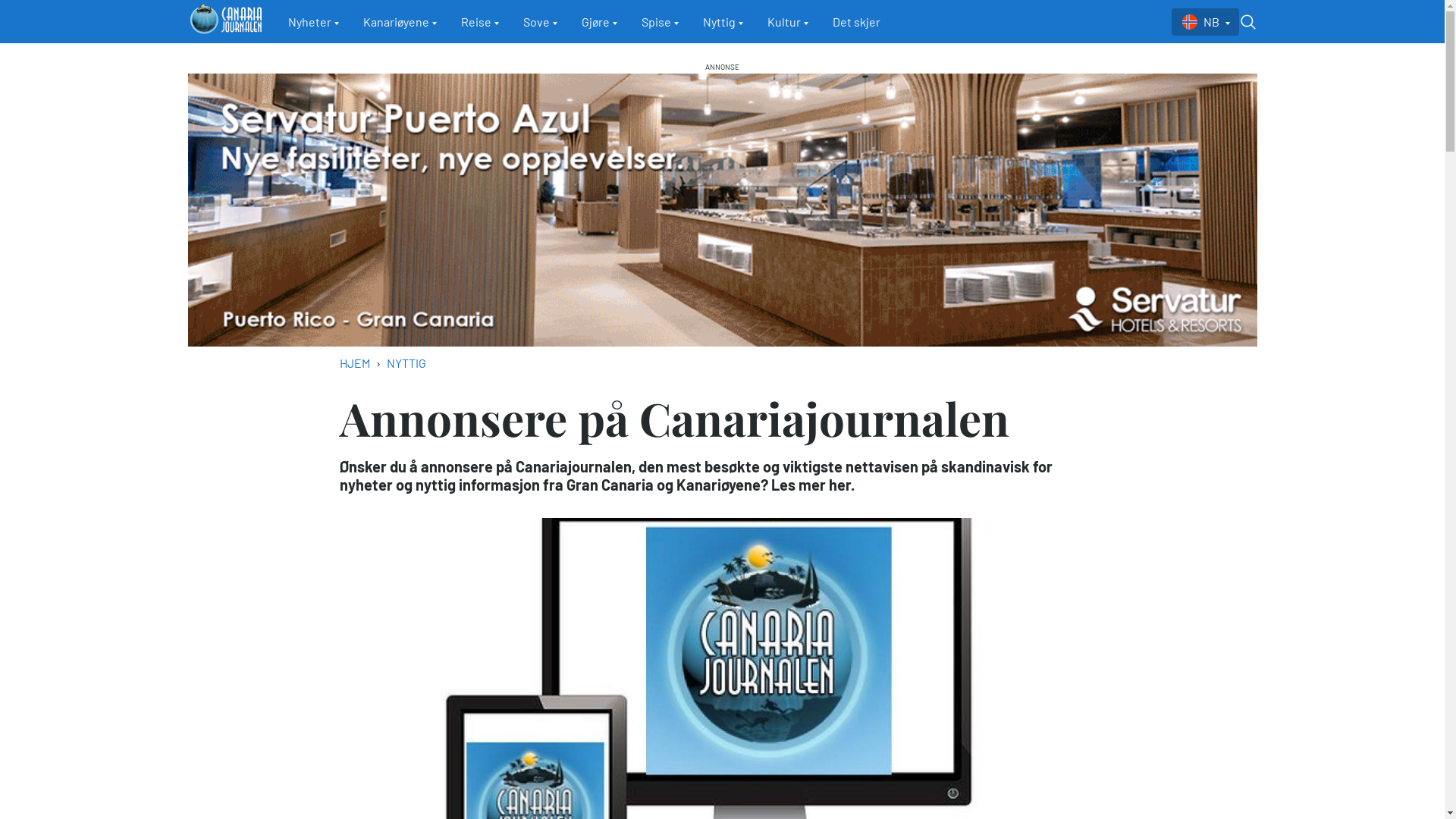 Image resolution: width=1456 pixels, height=819 pixels. I want to click on 'Nyheter', so click(312, 22).